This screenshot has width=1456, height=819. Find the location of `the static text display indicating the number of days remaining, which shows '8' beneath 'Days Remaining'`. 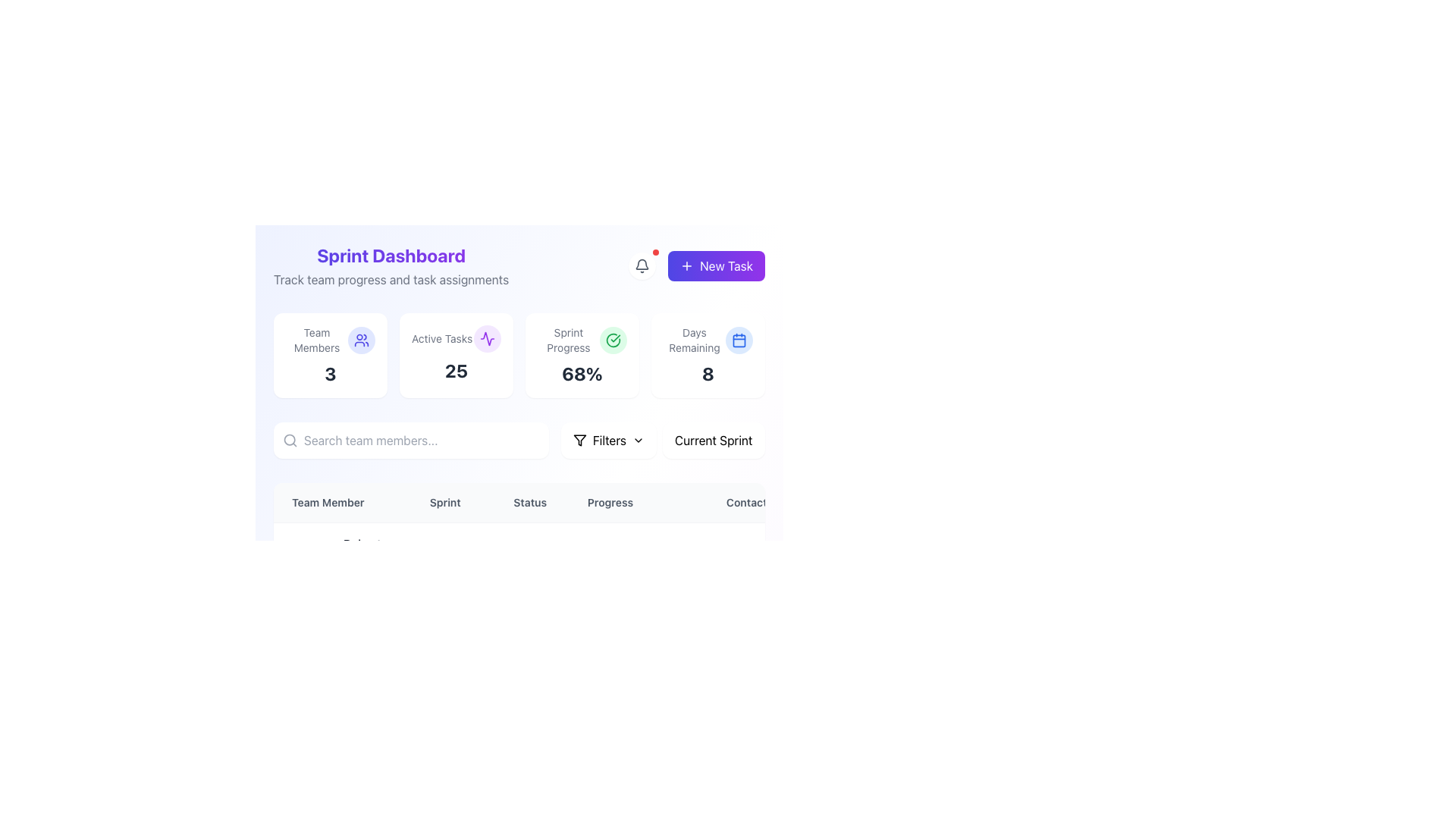

the static text display indicating the number of days remaining, which shows '8' beneath 'Days Remaining' is located at coordinates (708, 374).